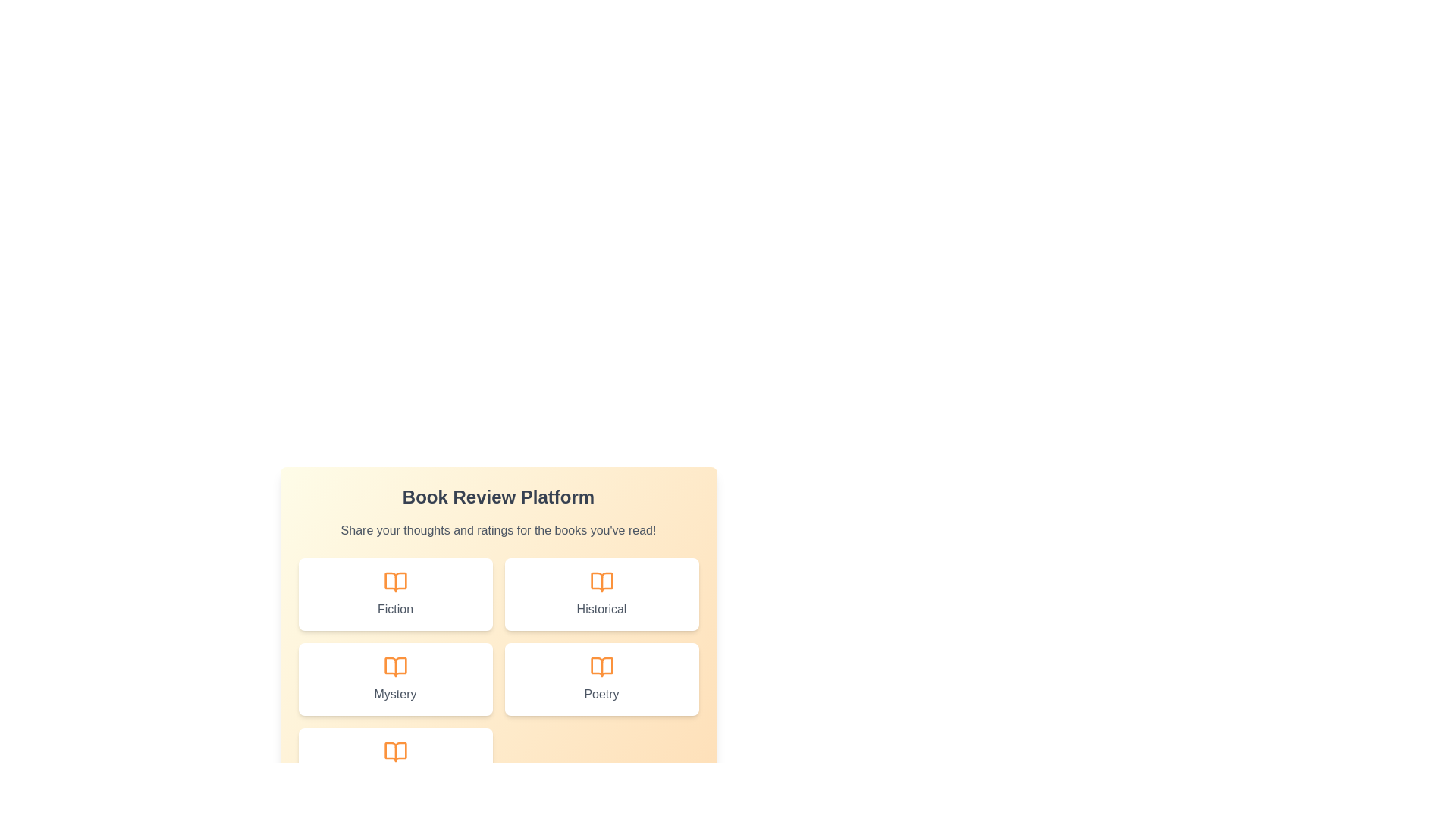 The width and height of the screenshot is (1456, 819). What do you see at coordinates (395, 764) in the screenshot?
I see `the button for selecting the 'Science' category, located in the bottom-left corner of the grid layout, below 'Mystery' and 'Poetry'` at bounding box center [395, 764].